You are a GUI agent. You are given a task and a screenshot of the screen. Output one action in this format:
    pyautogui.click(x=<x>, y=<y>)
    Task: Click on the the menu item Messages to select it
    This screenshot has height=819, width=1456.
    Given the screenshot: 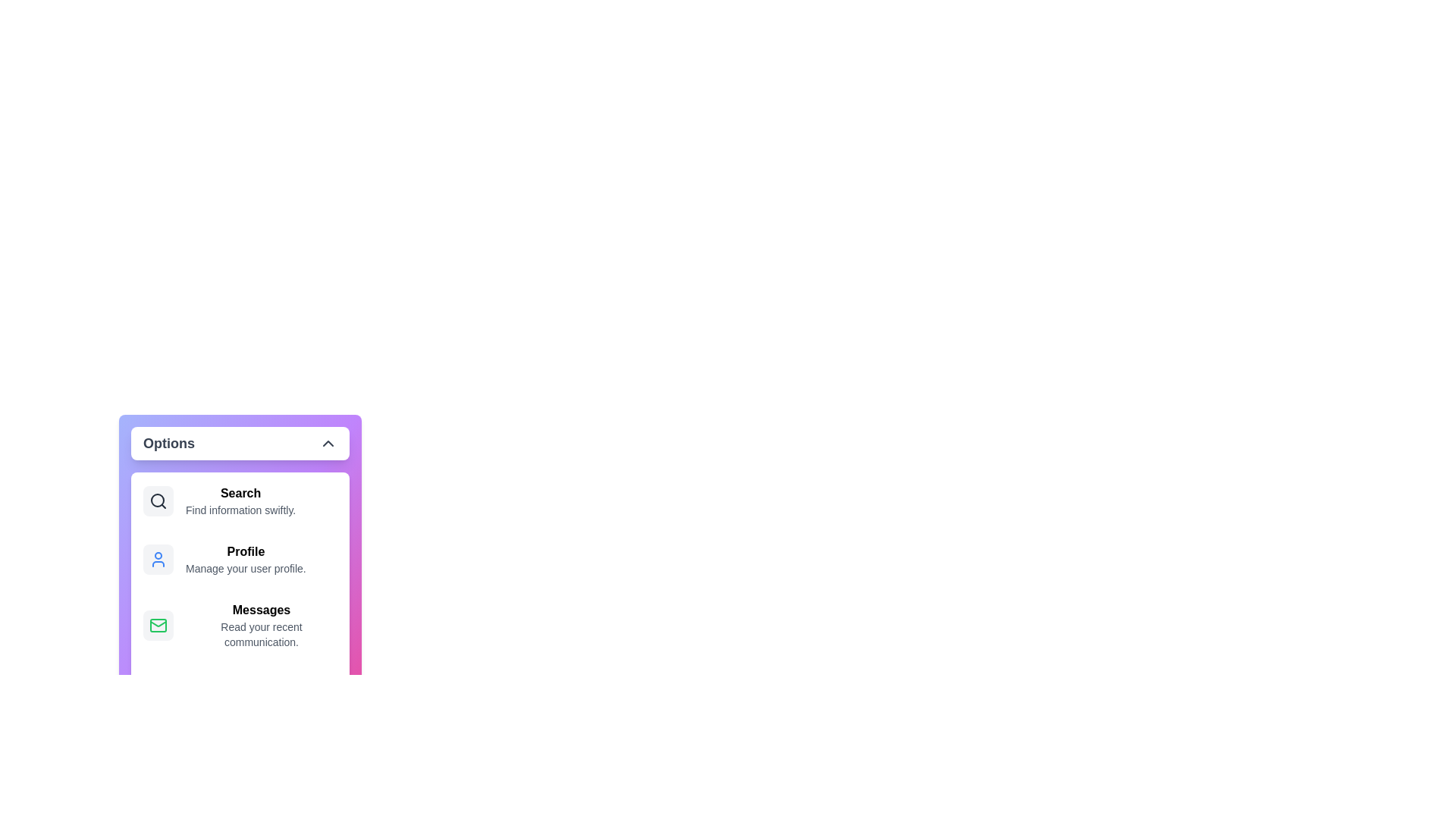 What is the action you would take?
    pyautogui.click(x=239, y=625)
    